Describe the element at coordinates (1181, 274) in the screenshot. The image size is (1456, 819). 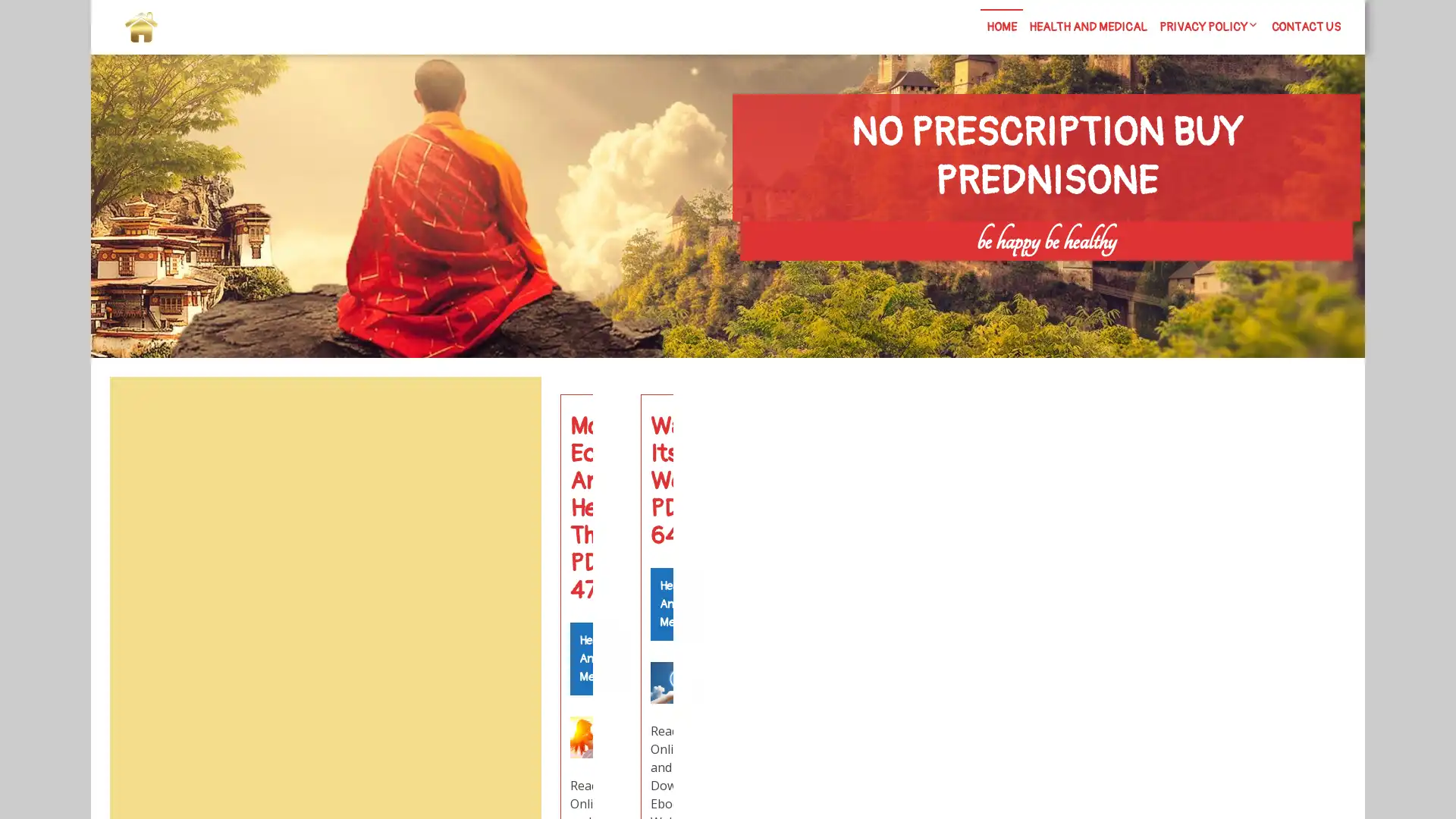
I see `Search` at that location.